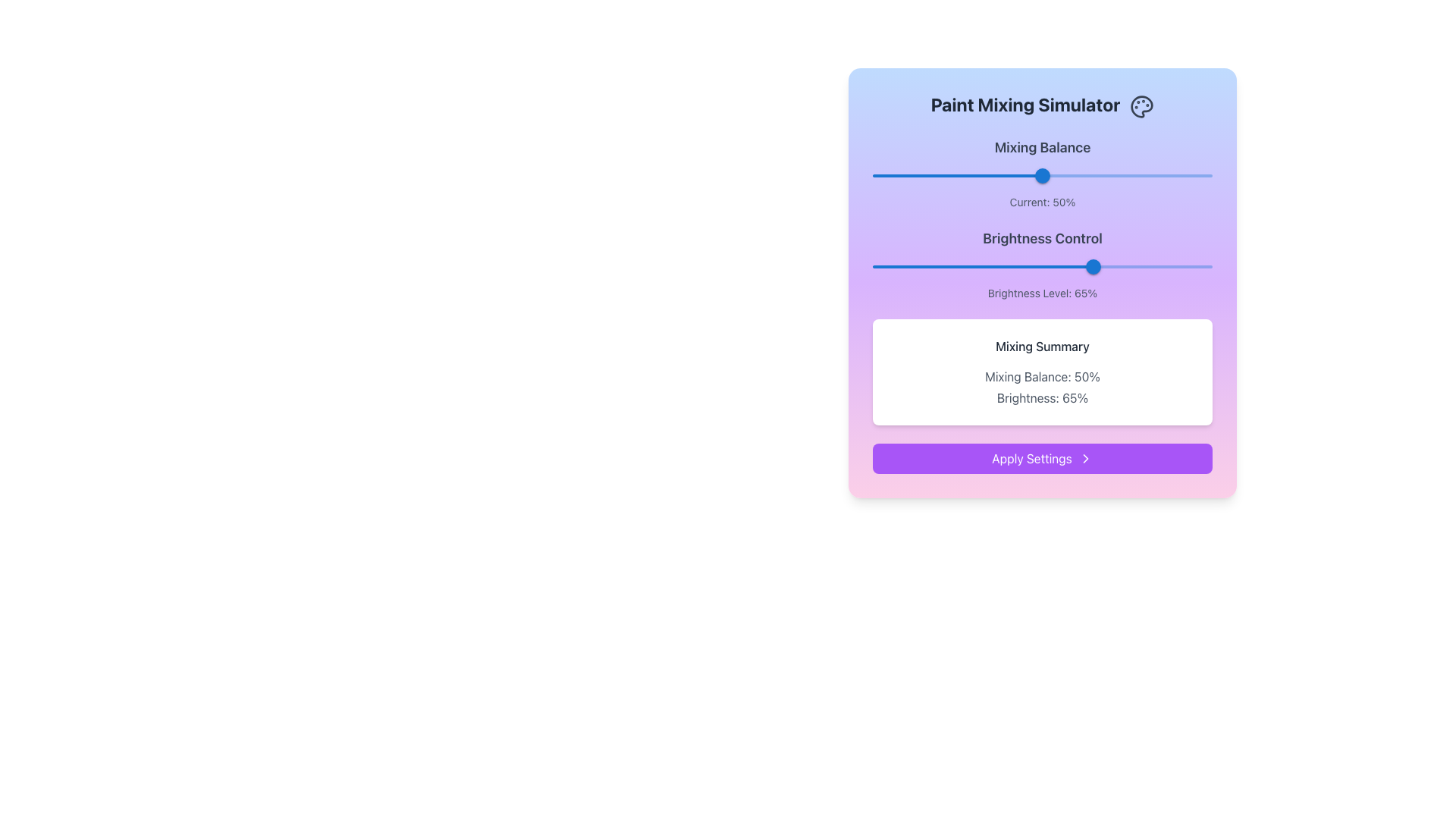 The width and height of the screenshot is (1456, 819). I want to click on the mixing balance, so click(1164, 174).